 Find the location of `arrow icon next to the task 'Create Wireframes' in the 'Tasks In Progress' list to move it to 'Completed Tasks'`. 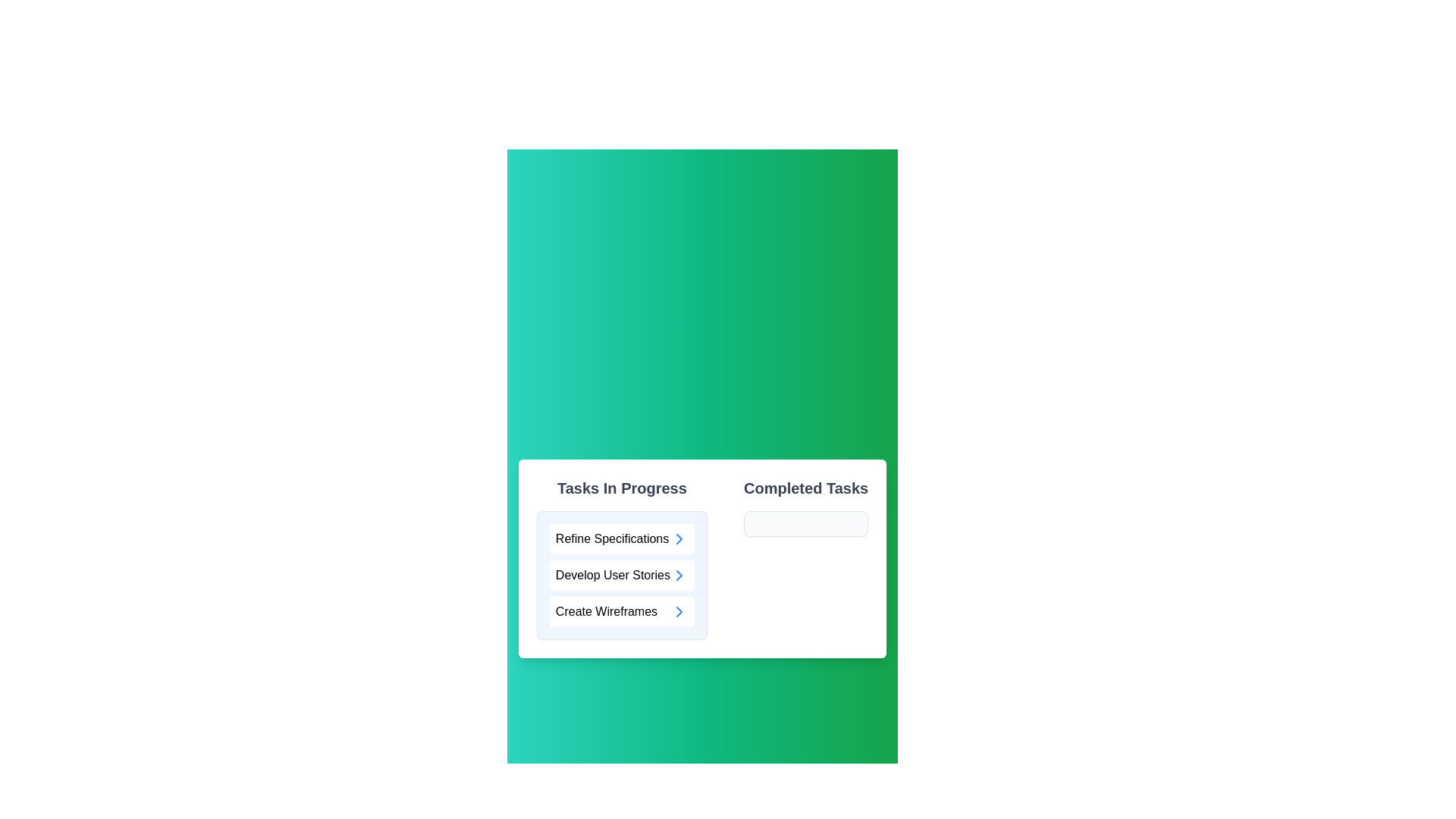

arrow icon next to the task 'Create Wireframes' in the 'Tasks In Progress' list to move it to 'Completed Tasks' is located at coordinates (679, 610).